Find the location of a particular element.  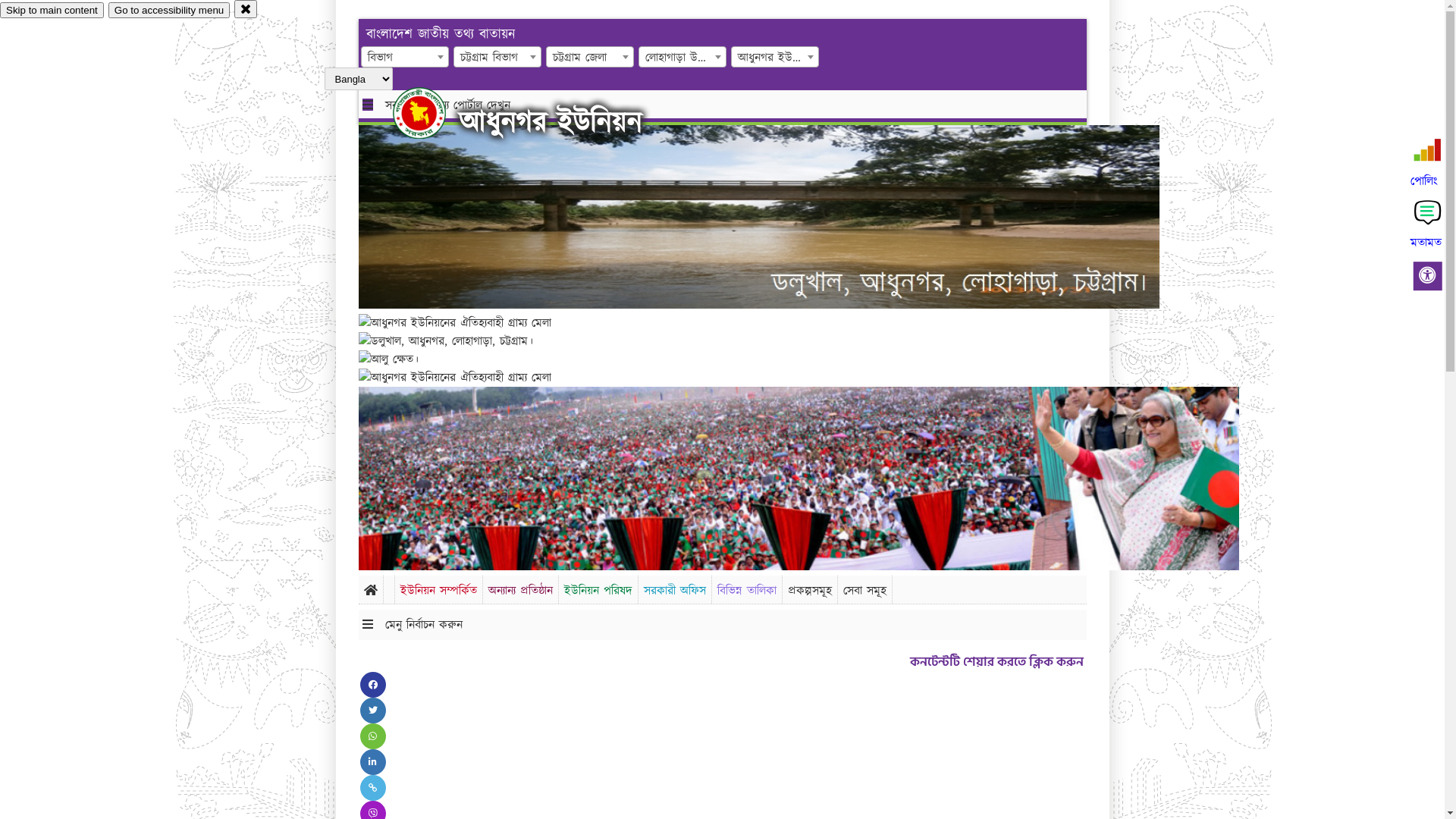

'close' is located at coordinates (246, 8).